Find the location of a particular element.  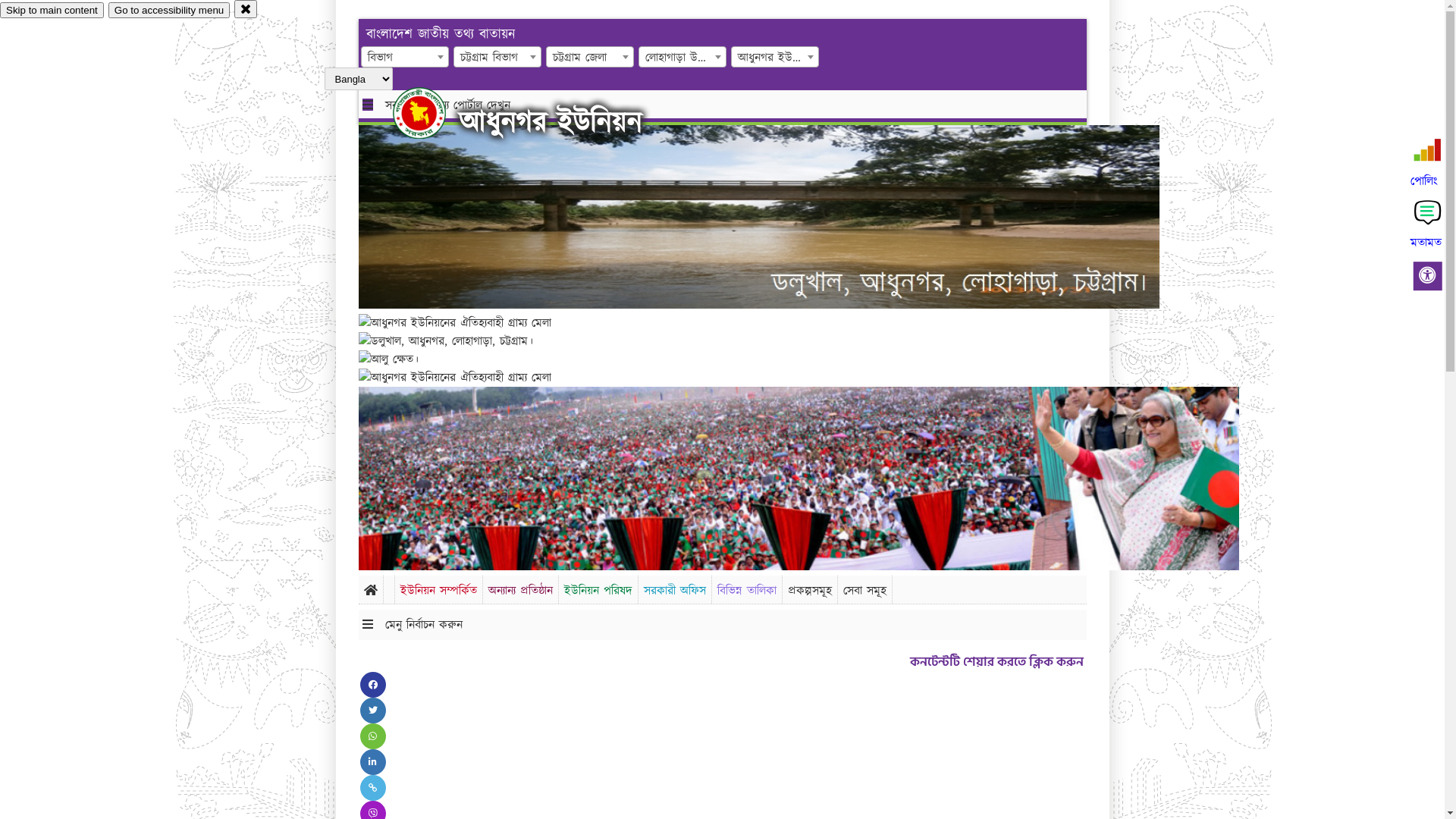

'close' is located at coordinates (246, 8).